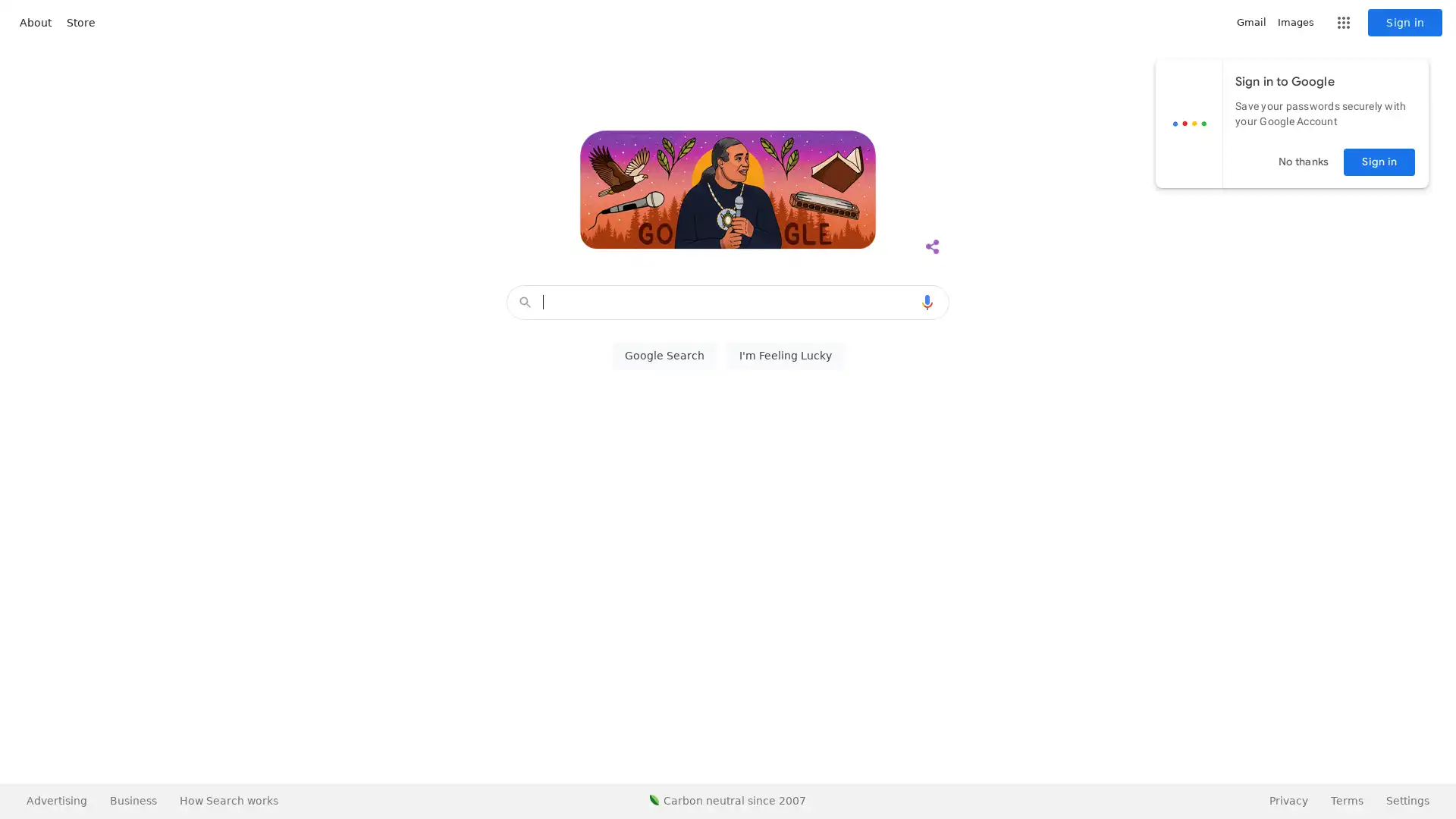 This screenshot has width=1456, height=819. I want to click on Search by voice, so click(927, 302).